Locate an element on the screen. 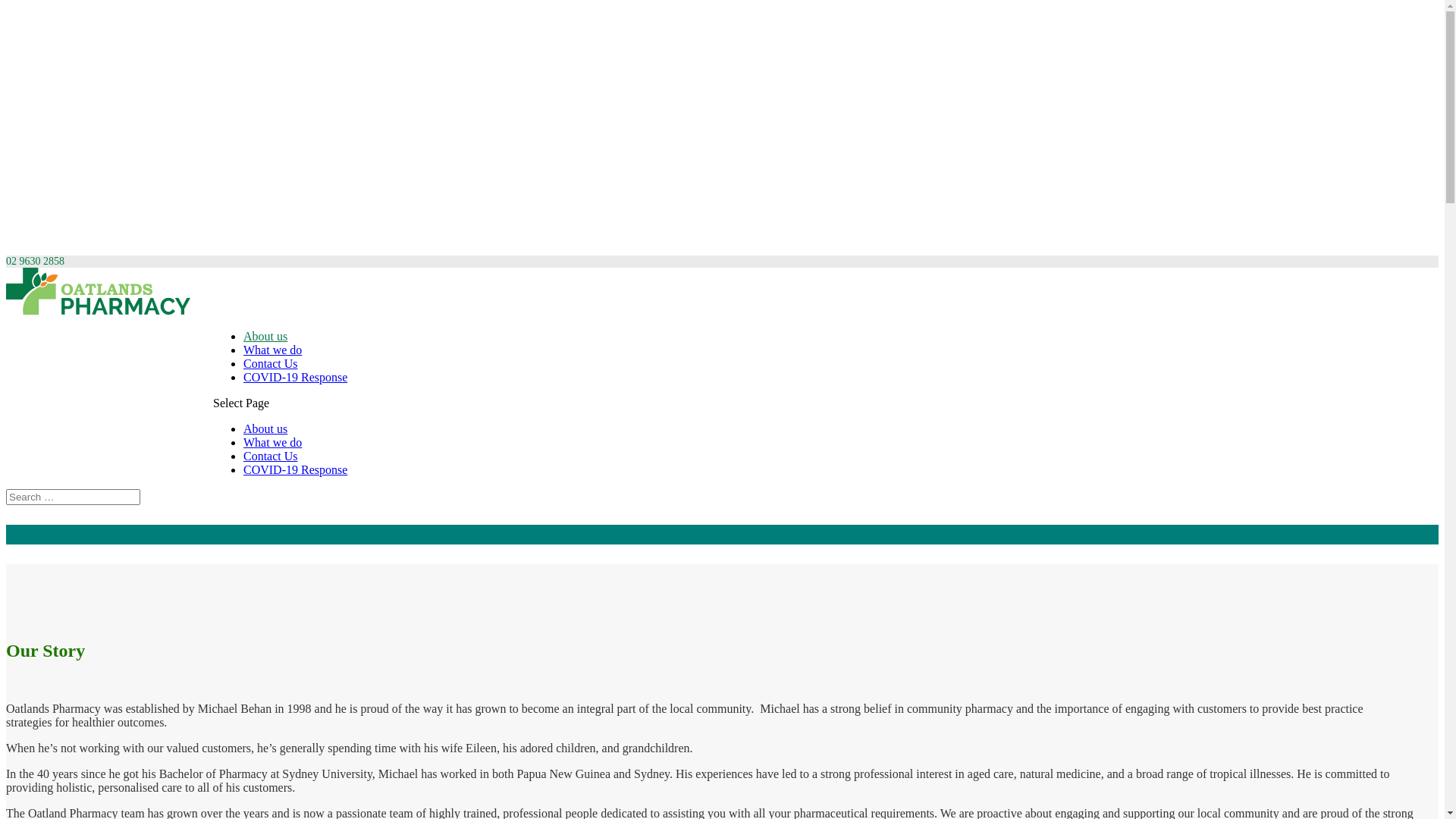 This screenshot has height=819, width=1456. 'COVID-19 Response' is located at coordinates (295, 376).